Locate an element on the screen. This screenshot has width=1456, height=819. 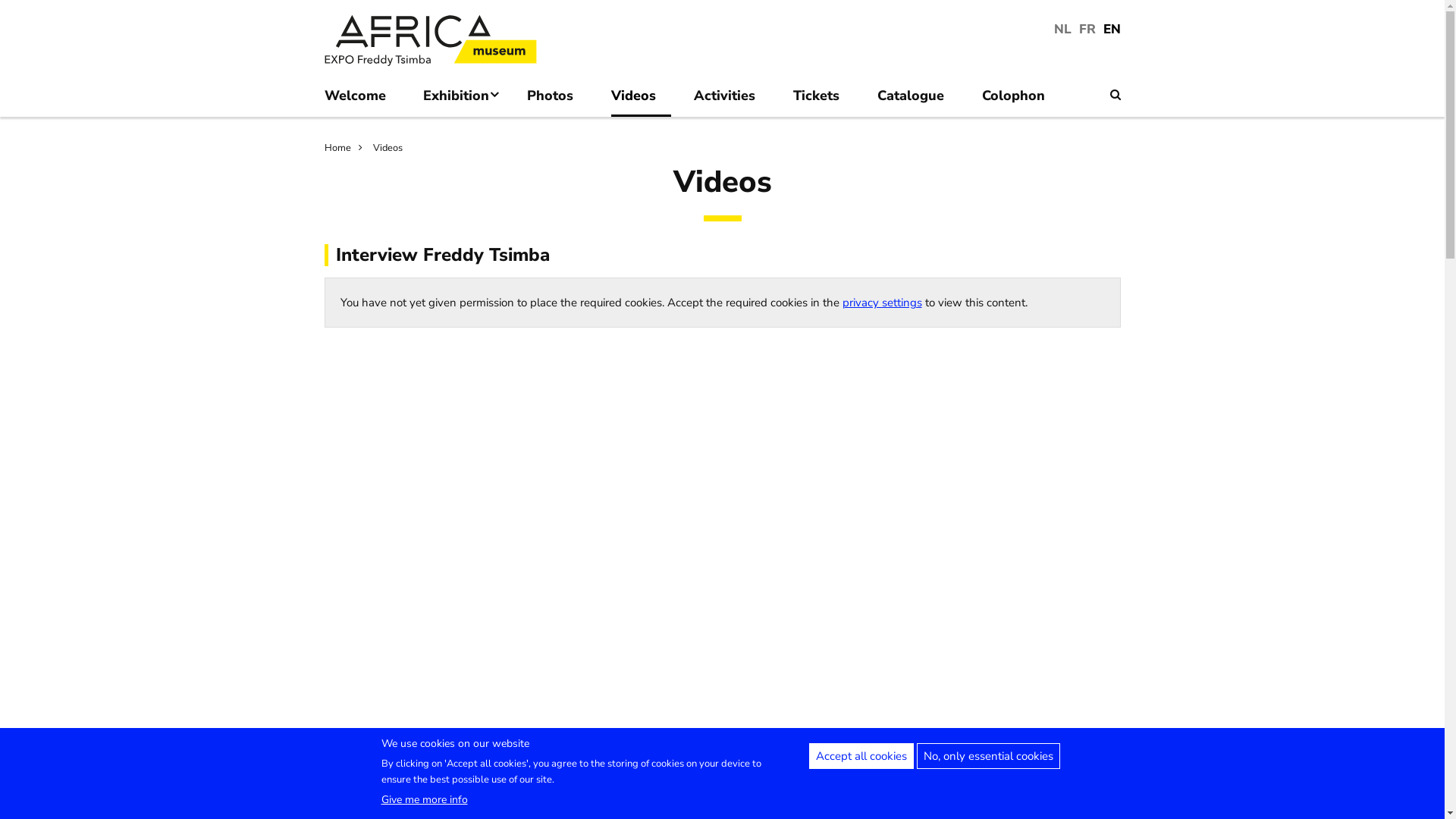
'Catalogue' is located at coordinates (917, 99).